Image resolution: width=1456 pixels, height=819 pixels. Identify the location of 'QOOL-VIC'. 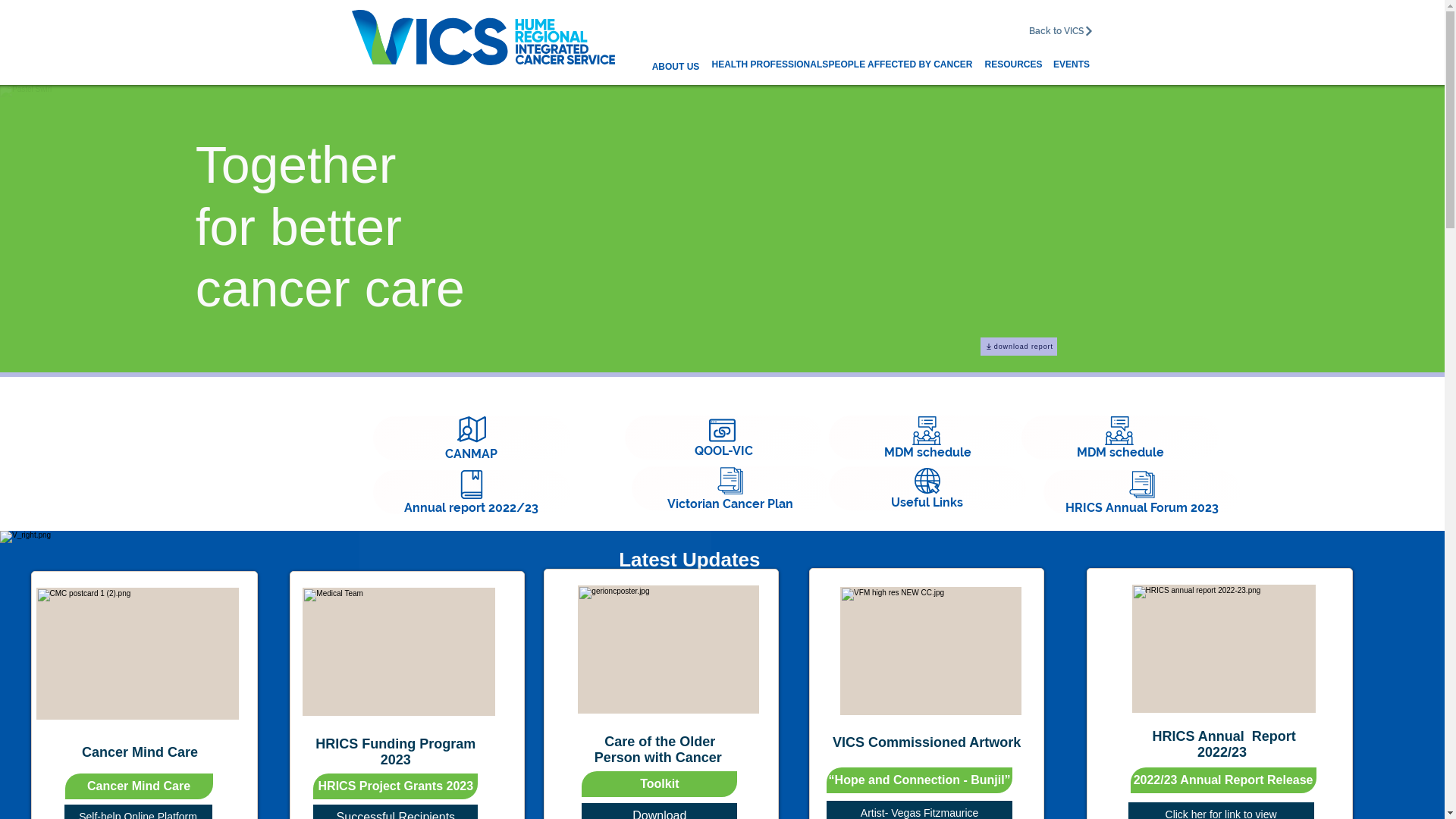
(723, 438).